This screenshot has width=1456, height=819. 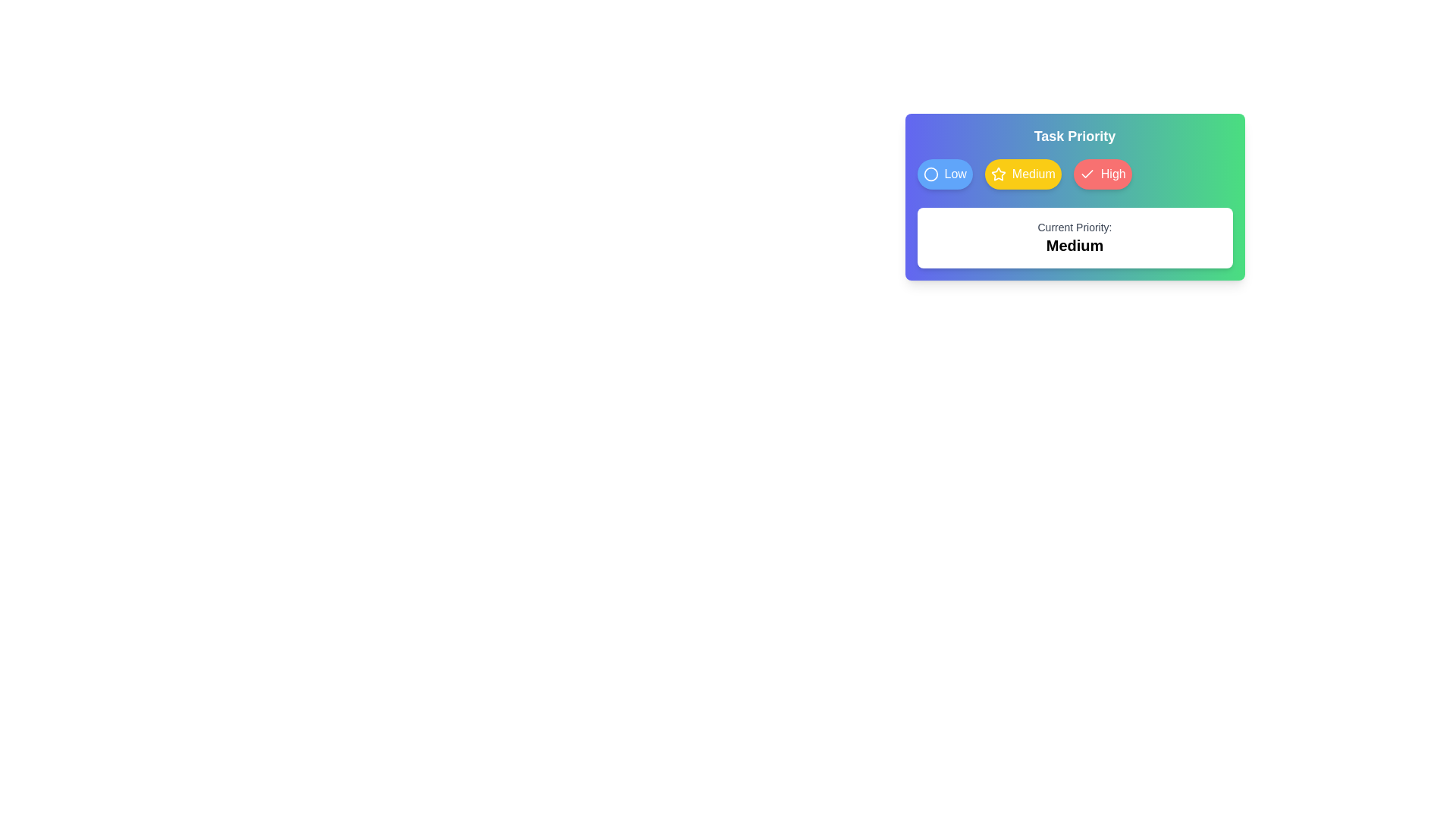 What do you see at coordinates (998, 174) in the screenshot?
I see `the star-shaped icon inside the yellow circular button labeled 'Medium', which is positioned between 'Low' and 'High'` at bounding box center [998, 174].